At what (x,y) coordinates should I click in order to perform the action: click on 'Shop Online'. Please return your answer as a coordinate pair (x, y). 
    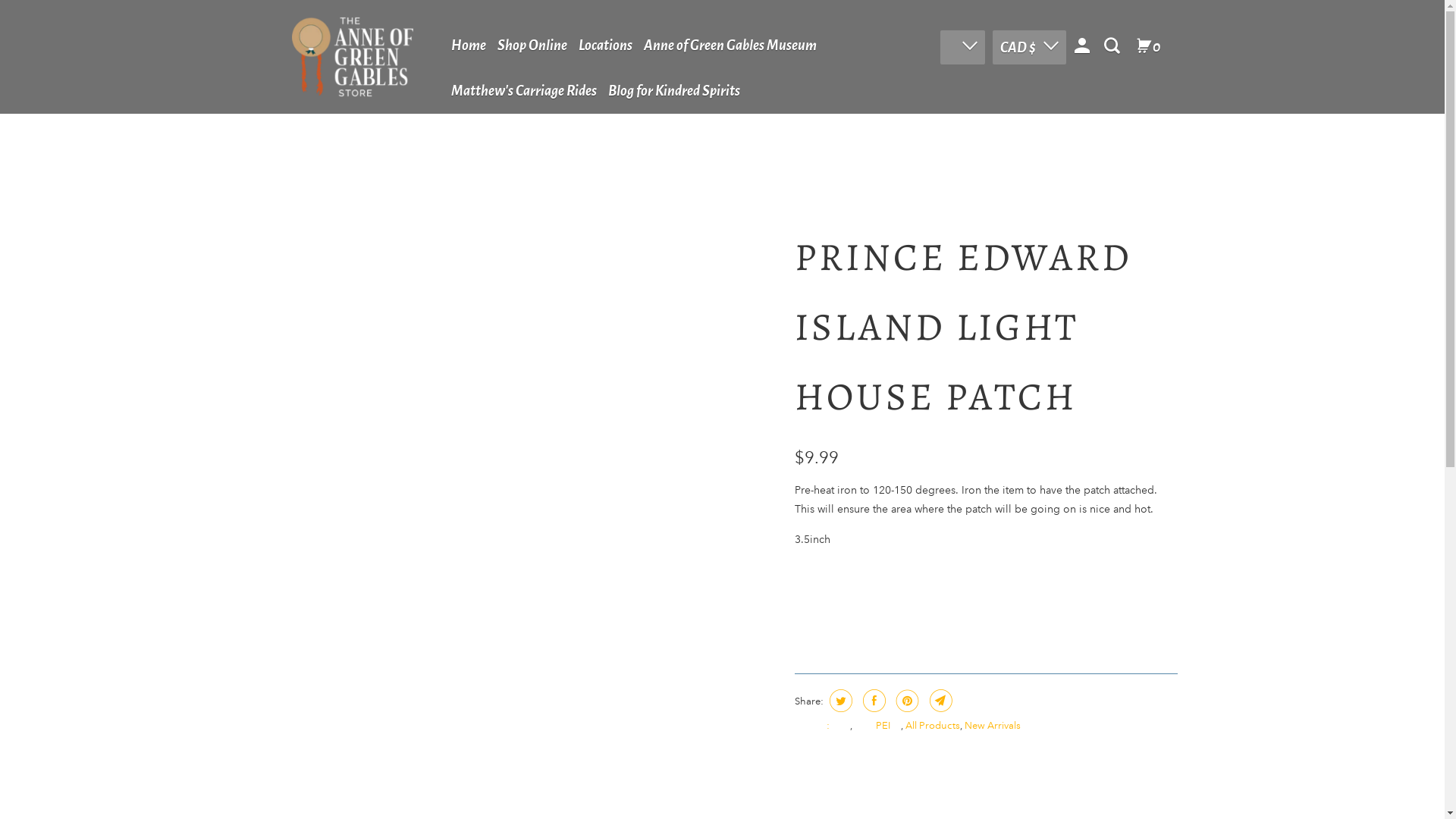
    Looking at the image, I should click on (494, 45).